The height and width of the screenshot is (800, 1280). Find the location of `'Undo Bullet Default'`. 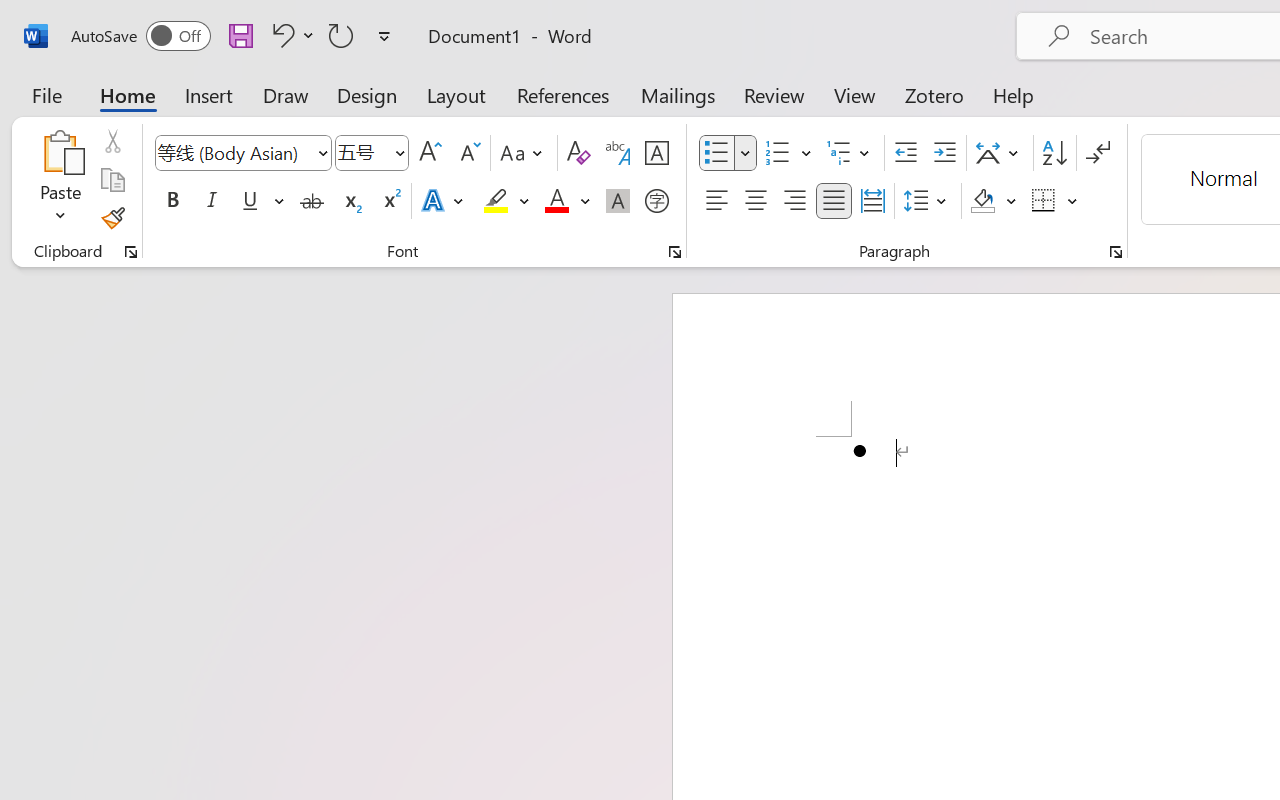

'Undo Bullet Default' is located at coordinates (289, 34).